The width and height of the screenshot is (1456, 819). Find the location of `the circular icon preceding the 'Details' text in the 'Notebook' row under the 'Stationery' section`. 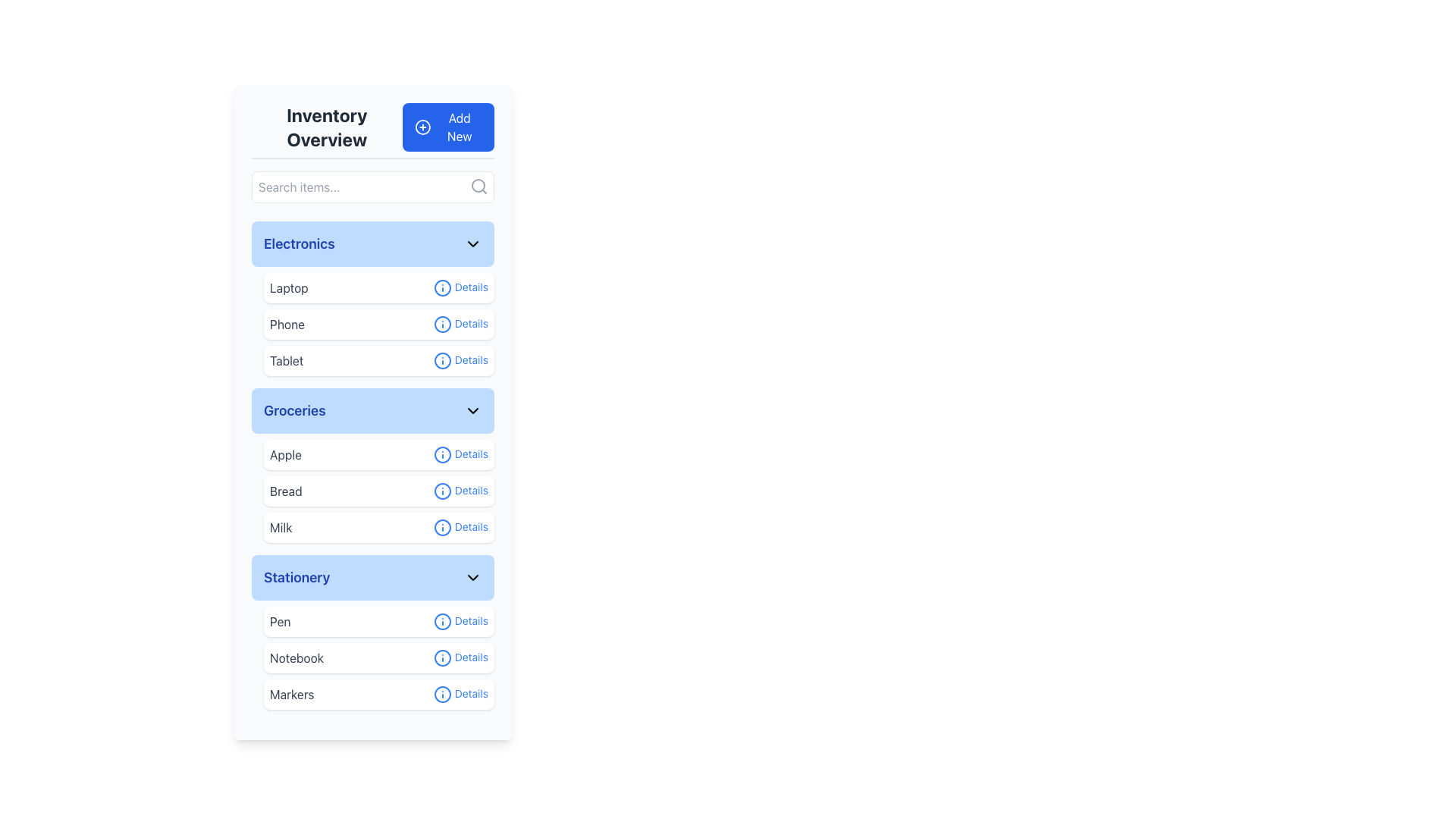

the circular icon preceding the 'Details' text in the 'Notebook' row under the 'Stationery' section is located at coordinates (441, 657).